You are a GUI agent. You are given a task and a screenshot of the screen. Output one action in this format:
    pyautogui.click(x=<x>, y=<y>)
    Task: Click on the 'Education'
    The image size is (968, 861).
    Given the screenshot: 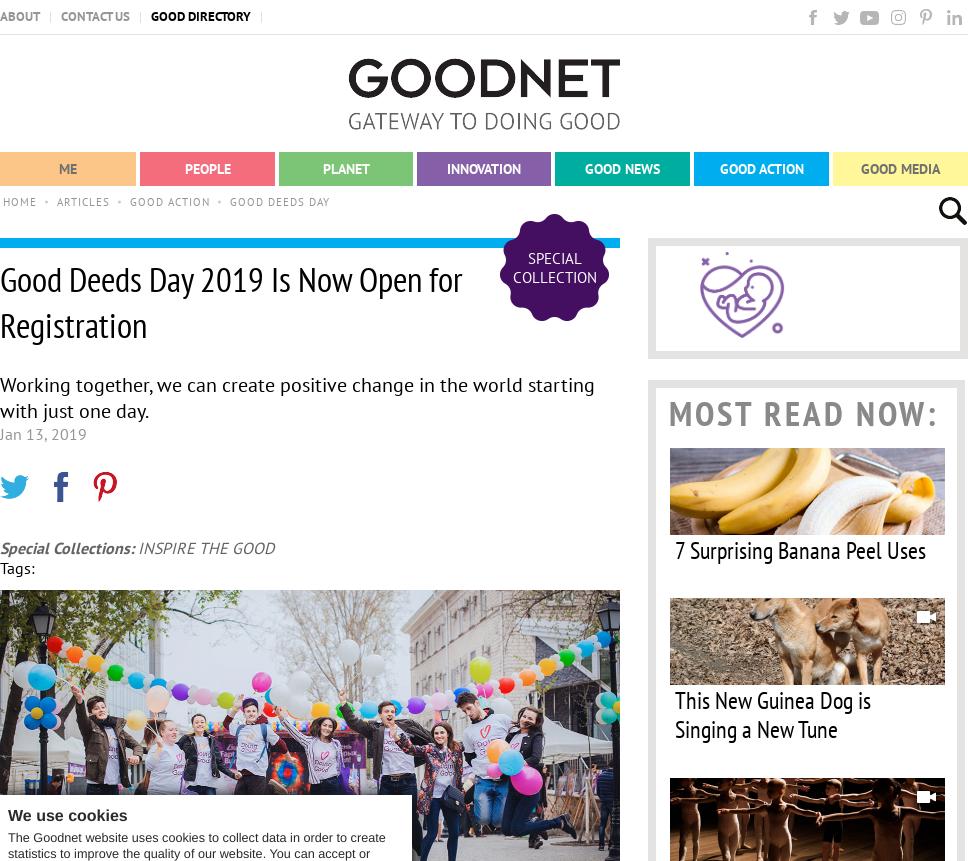 What is the action you would take?
    pyautogui.click(x=474, y=264)
    